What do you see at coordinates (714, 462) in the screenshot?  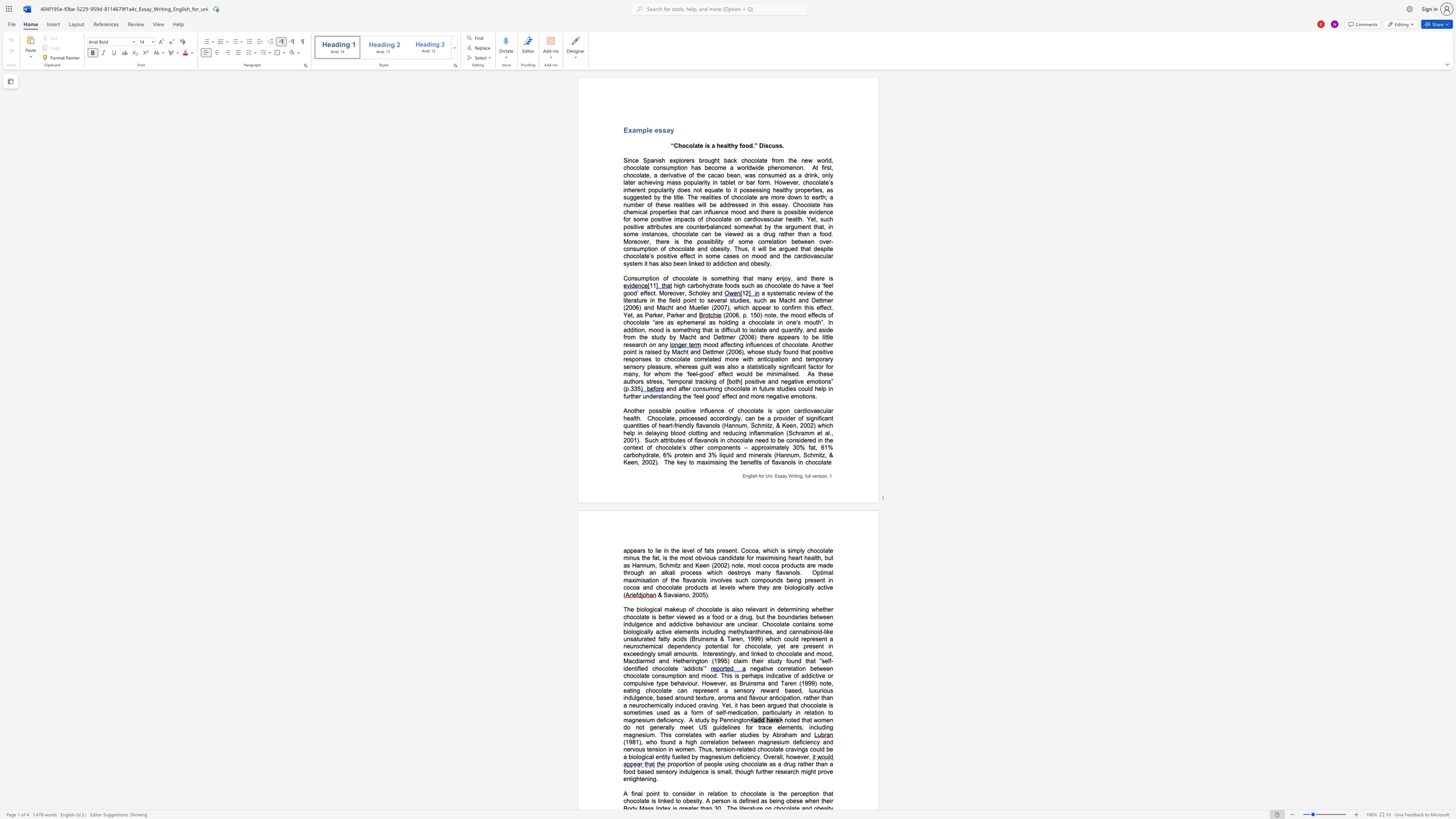 I see `the subset text "ising the benefits of flavanols in cho" within the text "The key to maximising the benefits of flavanols in chocolate"` at bounding box center [714, 462].